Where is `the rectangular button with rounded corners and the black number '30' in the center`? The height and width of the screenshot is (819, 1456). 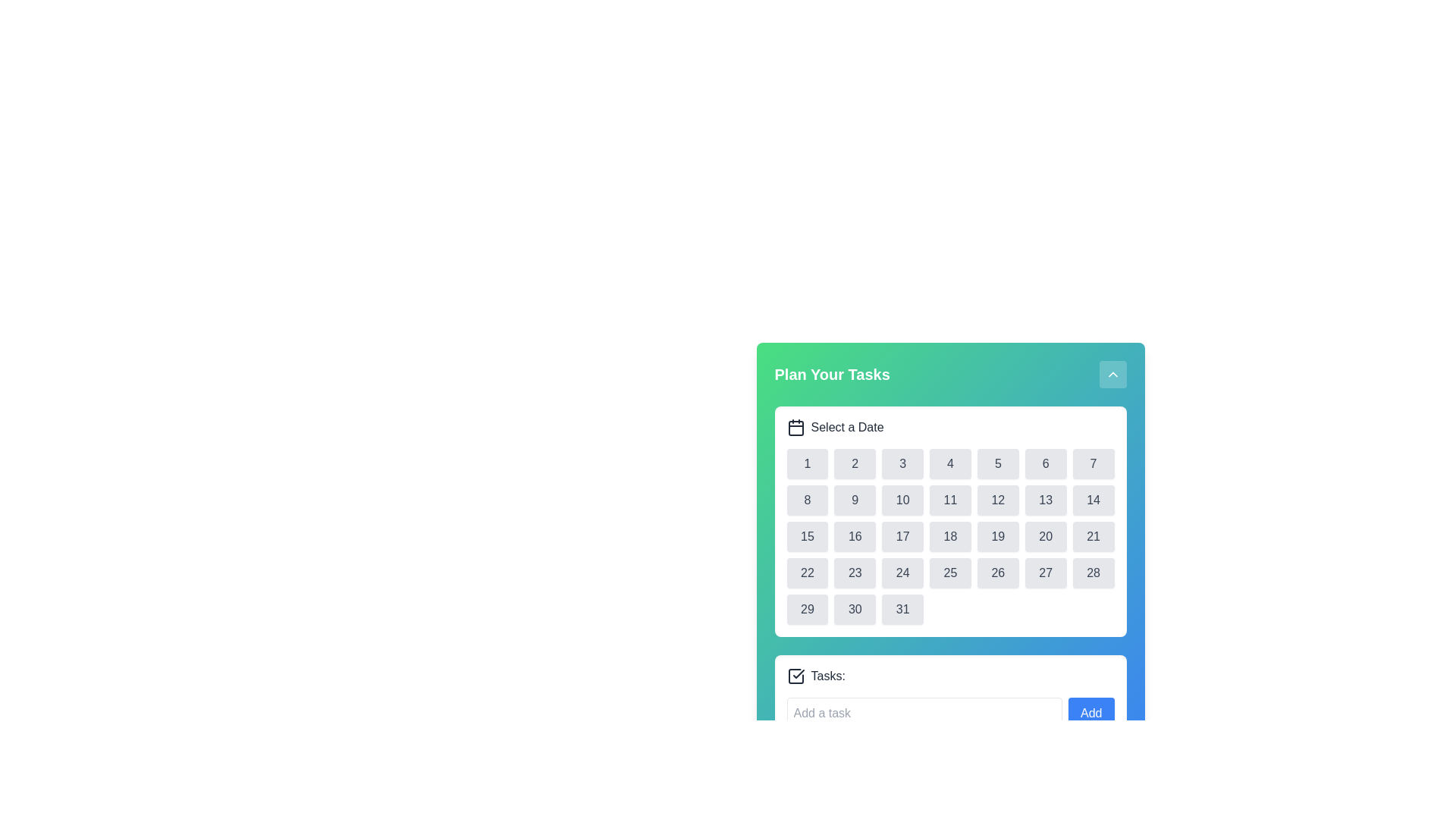 the rectangular button with rounded corners and the black number '30' in the center is located at coordinates (855, 608).